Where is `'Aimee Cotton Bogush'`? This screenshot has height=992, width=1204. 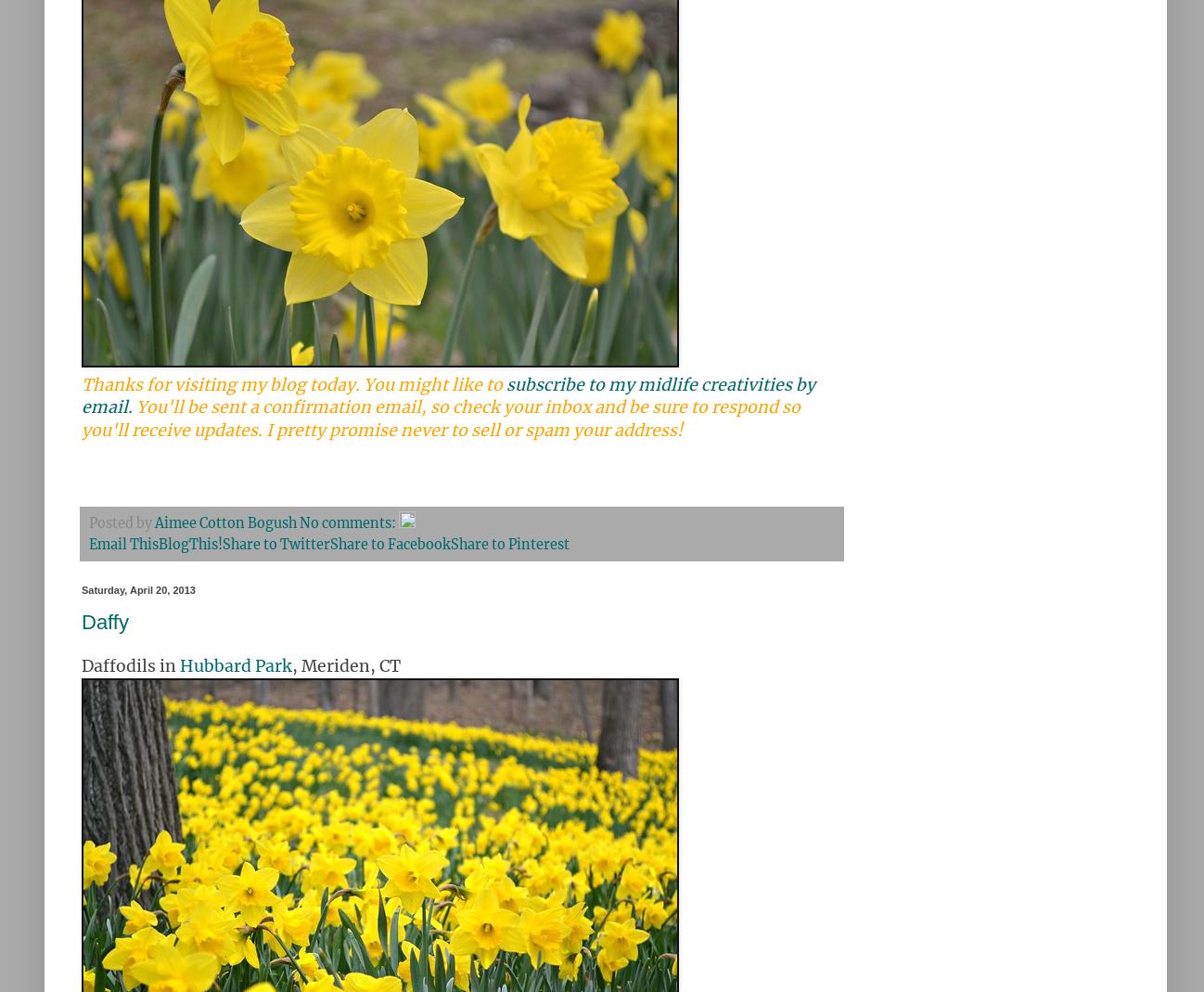 'Aimee Cotton Bogush' is located at coordinates (225, 522).